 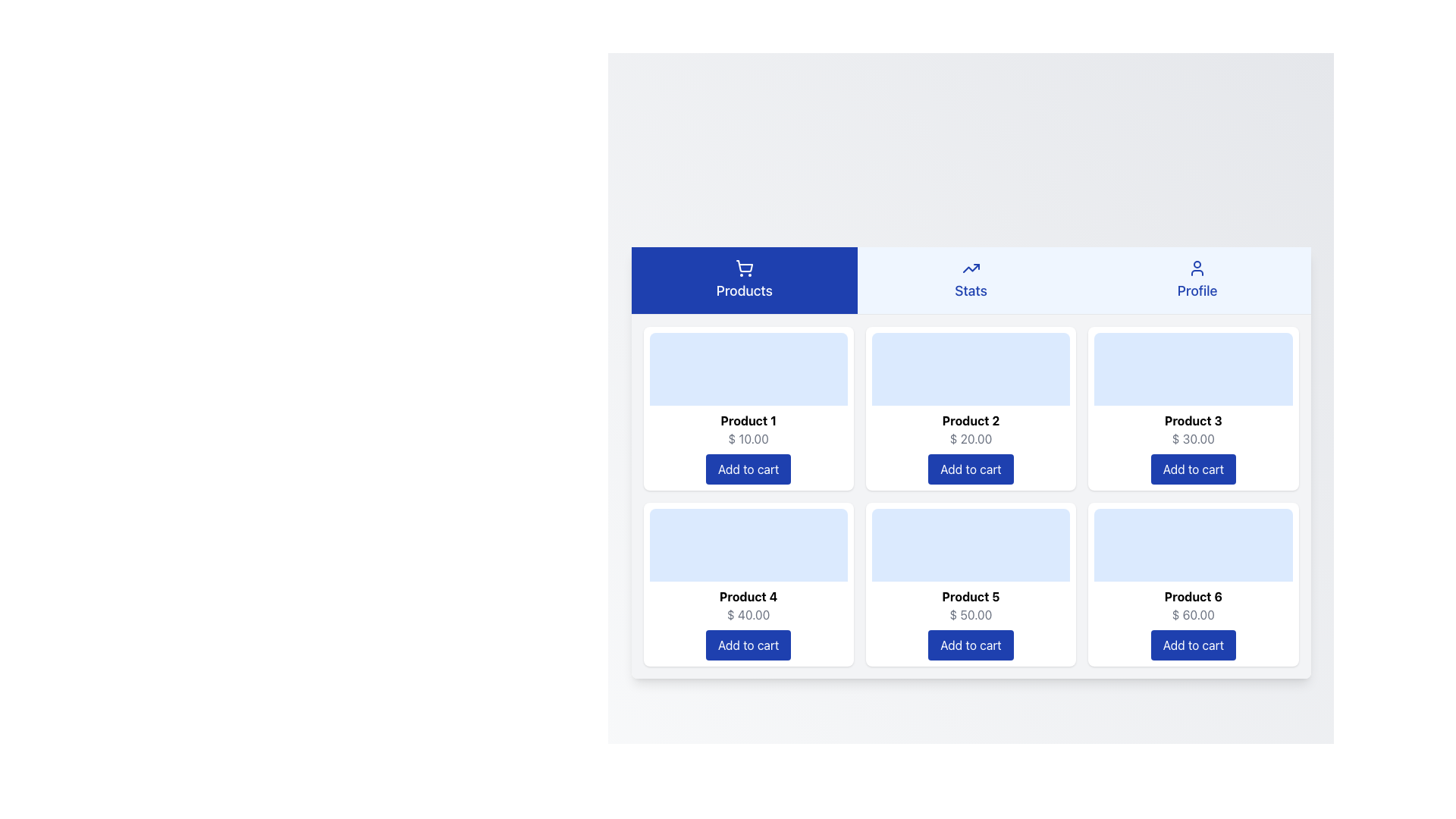 What do you see at coordinates (971, 369) in the screenshot?
I see `the decorative placeholder element located at the top of the card for 'Product 2', which is aligned with other product cards in the layout` at bounding box center [971, 369].